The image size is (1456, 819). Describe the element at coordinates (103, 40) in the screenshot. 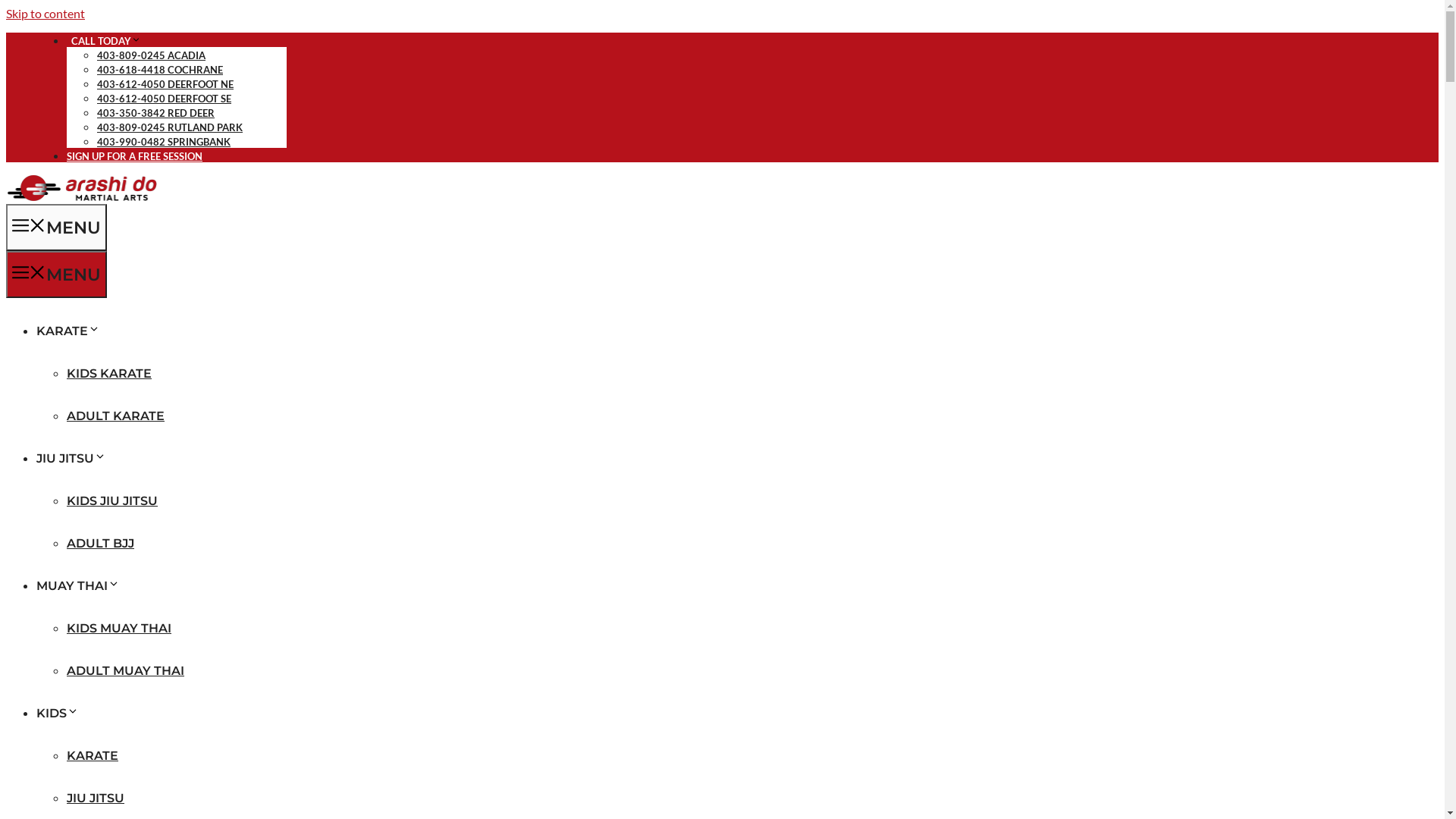

I see `'  CALL TODAY'` at that location.